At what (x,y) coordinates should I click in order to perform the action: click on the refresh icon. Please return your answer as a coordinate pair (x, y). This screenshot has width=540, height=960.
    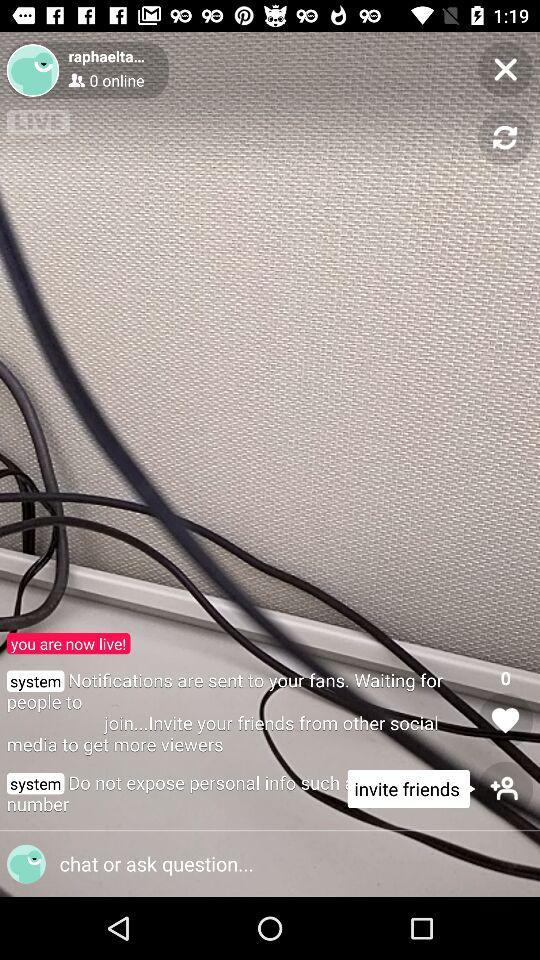
    Looking at the image, I should click on (504, 137).